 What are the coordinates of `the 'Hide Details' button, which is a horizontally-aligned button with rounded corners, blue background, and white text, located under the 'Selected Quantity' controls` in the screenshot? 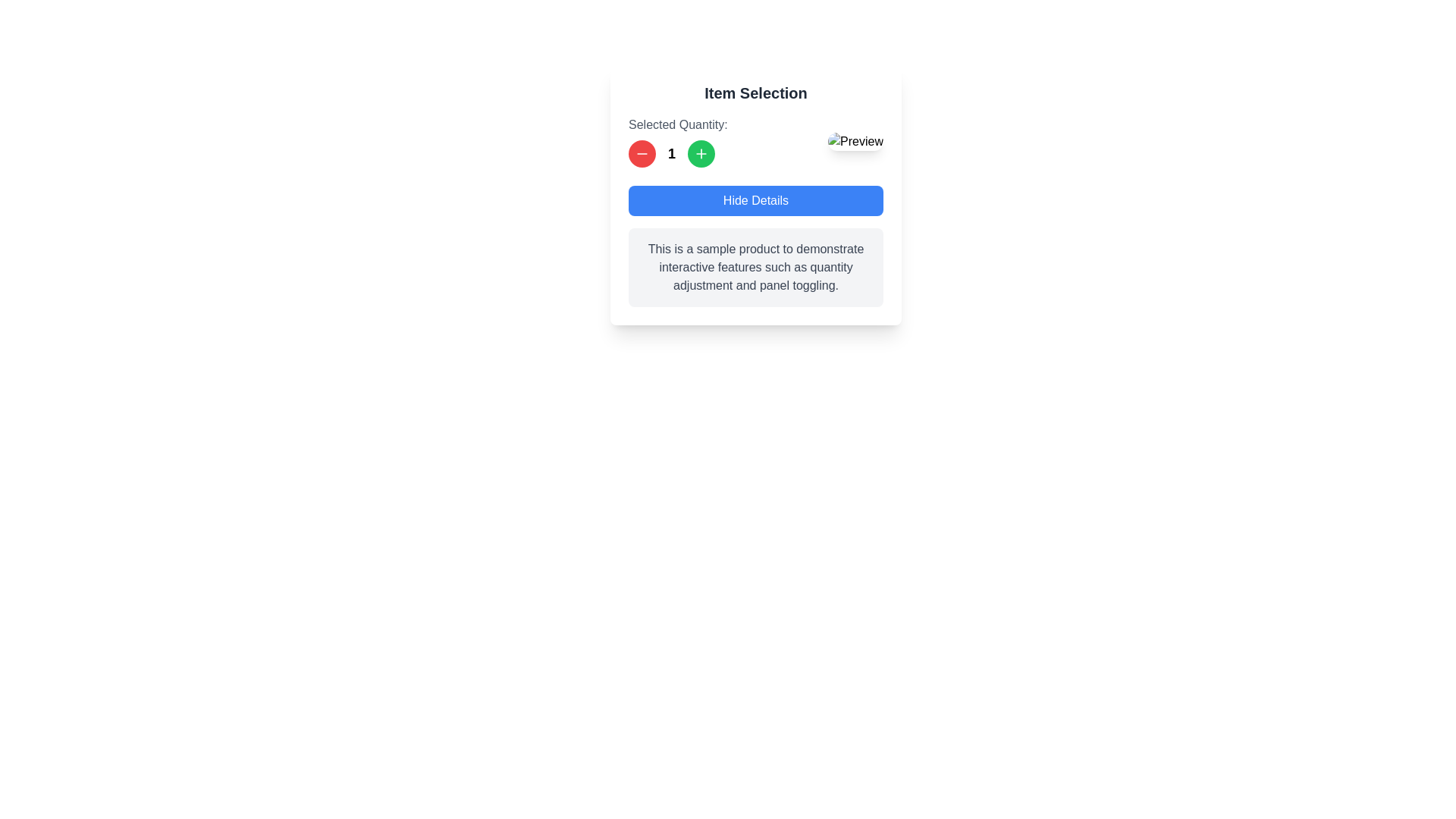 It's located at (756, 200).